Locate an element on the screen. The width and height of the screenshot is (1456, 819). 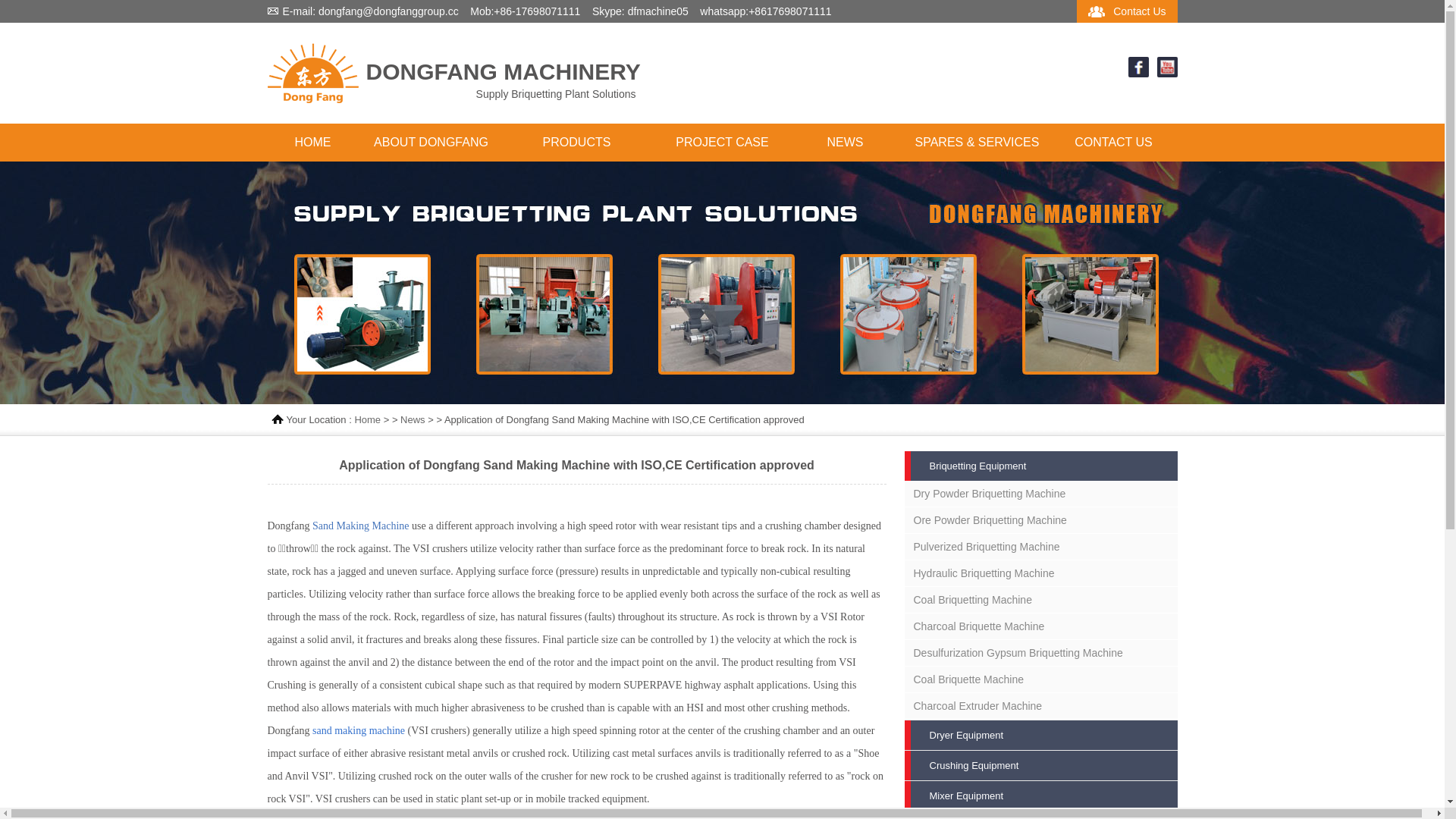
'Crushing Equipment' is located at coordinates (1040, 765).